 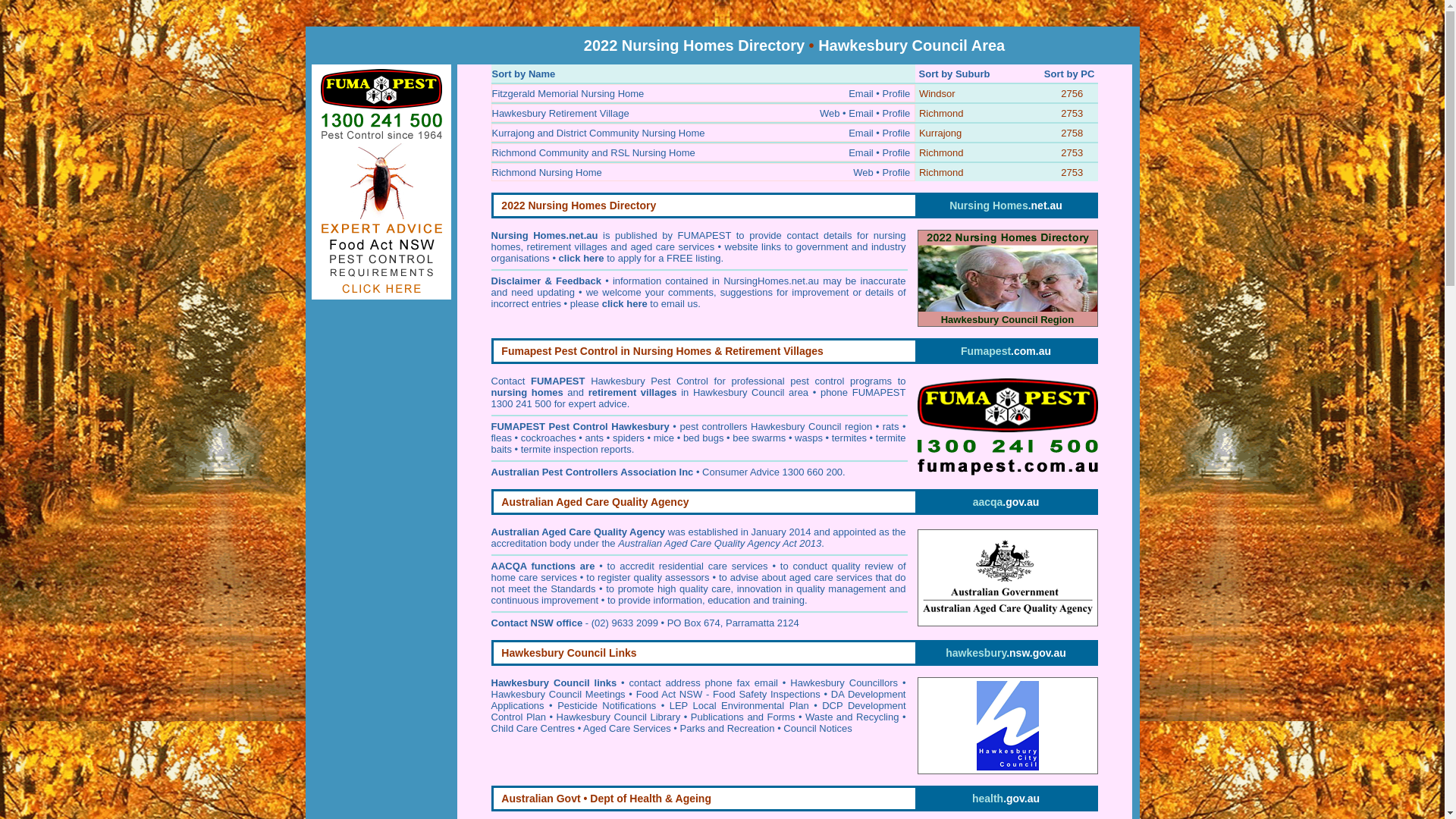 What do you see at coordinates (501, 438) in the screenshot?
I see `'fleas'` at bounding box center [501, 438].